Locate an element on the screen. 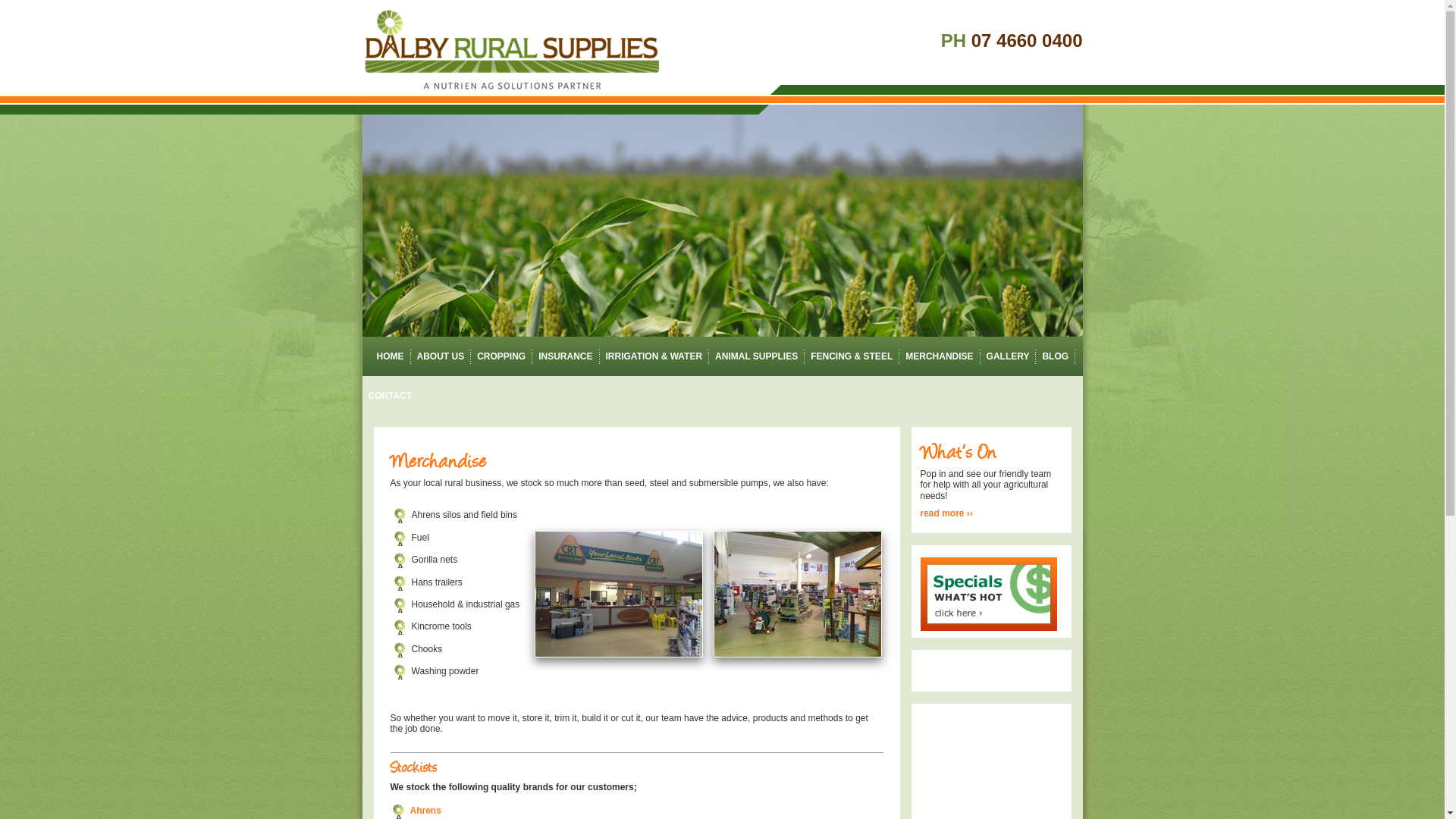 This screenshot has height=819, width=1456. 'MERCHANDISE' is located at coordinates (938, 356).